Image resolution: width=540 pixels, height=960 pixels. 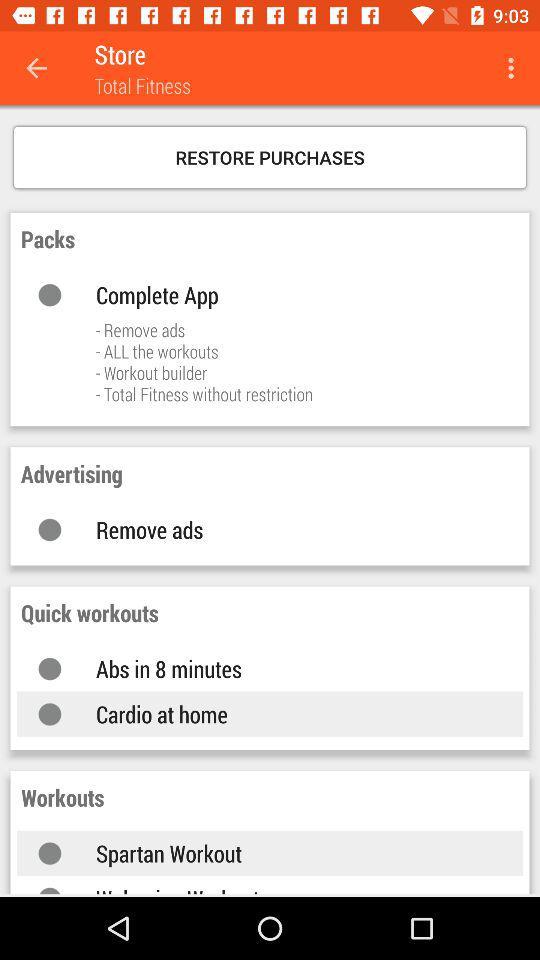 I want to click on the item above the packs, so click(x=270, y=156).